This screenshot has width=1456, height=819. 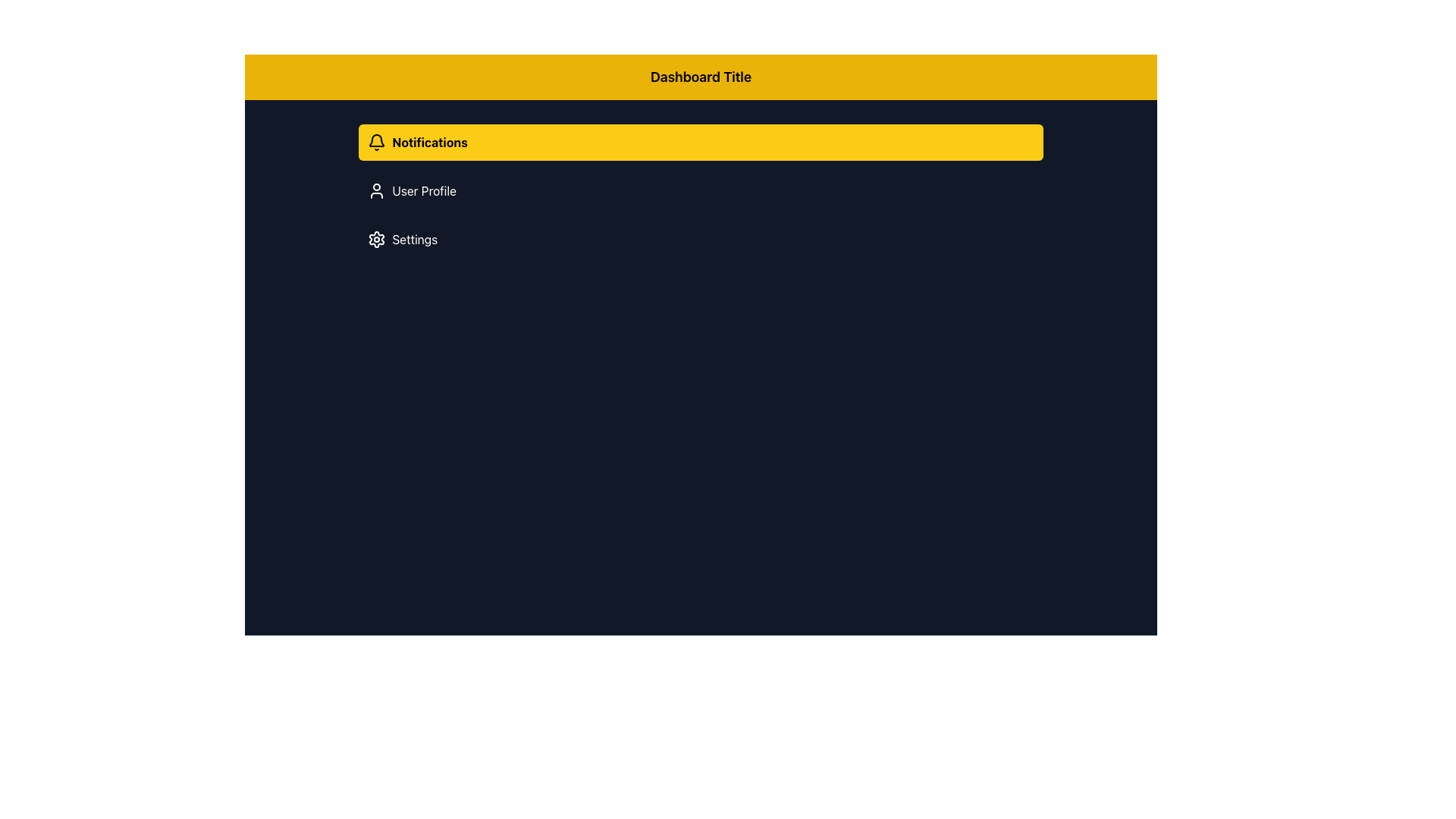 I want to click on the notifications icon located to the left of the 'Notifications' button, which is part of the navigational elements with a yellow background, so click(x=377, y=143).